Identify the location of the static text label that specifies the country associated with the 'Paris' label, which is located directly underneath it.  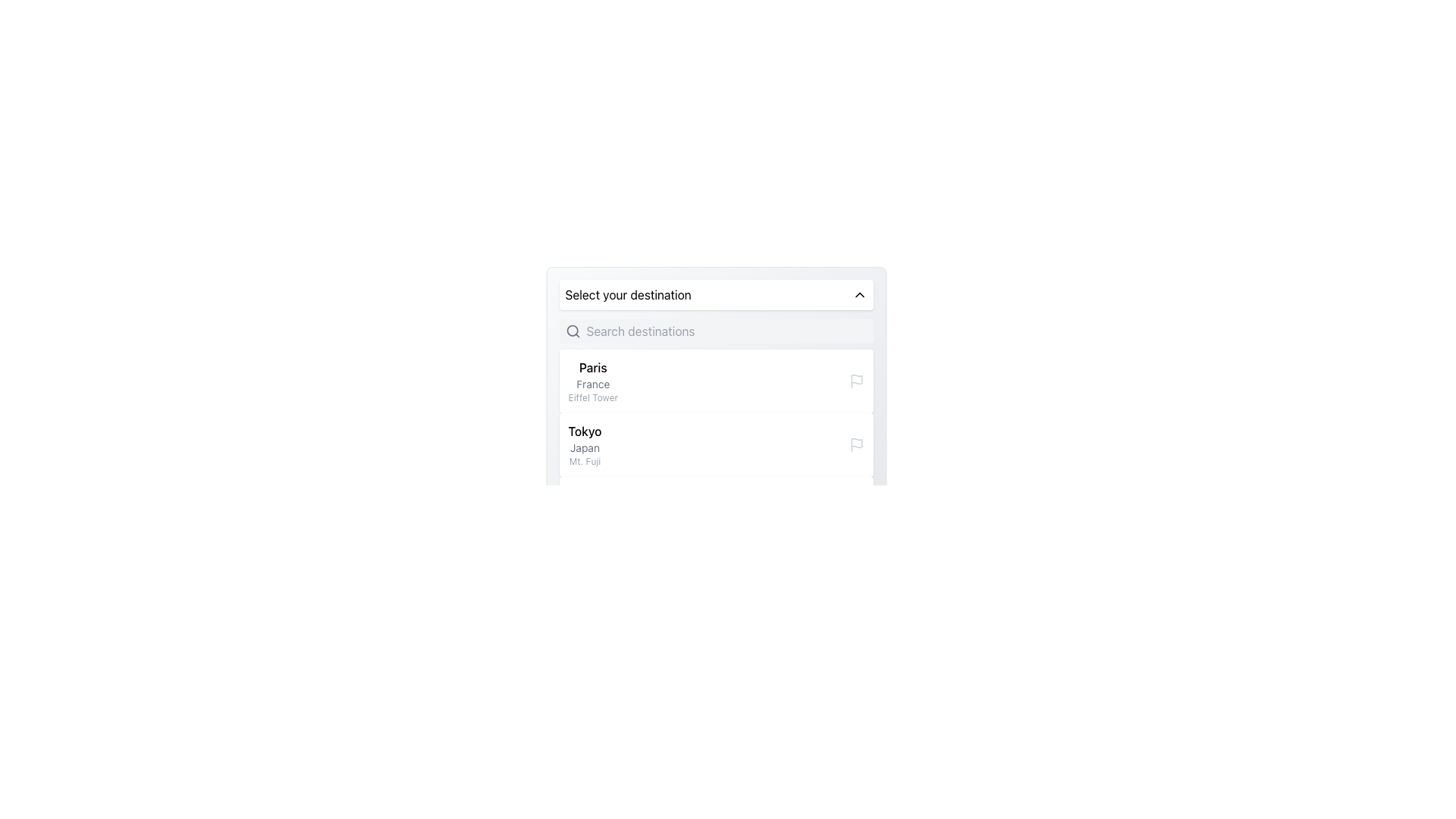
(592, 383).